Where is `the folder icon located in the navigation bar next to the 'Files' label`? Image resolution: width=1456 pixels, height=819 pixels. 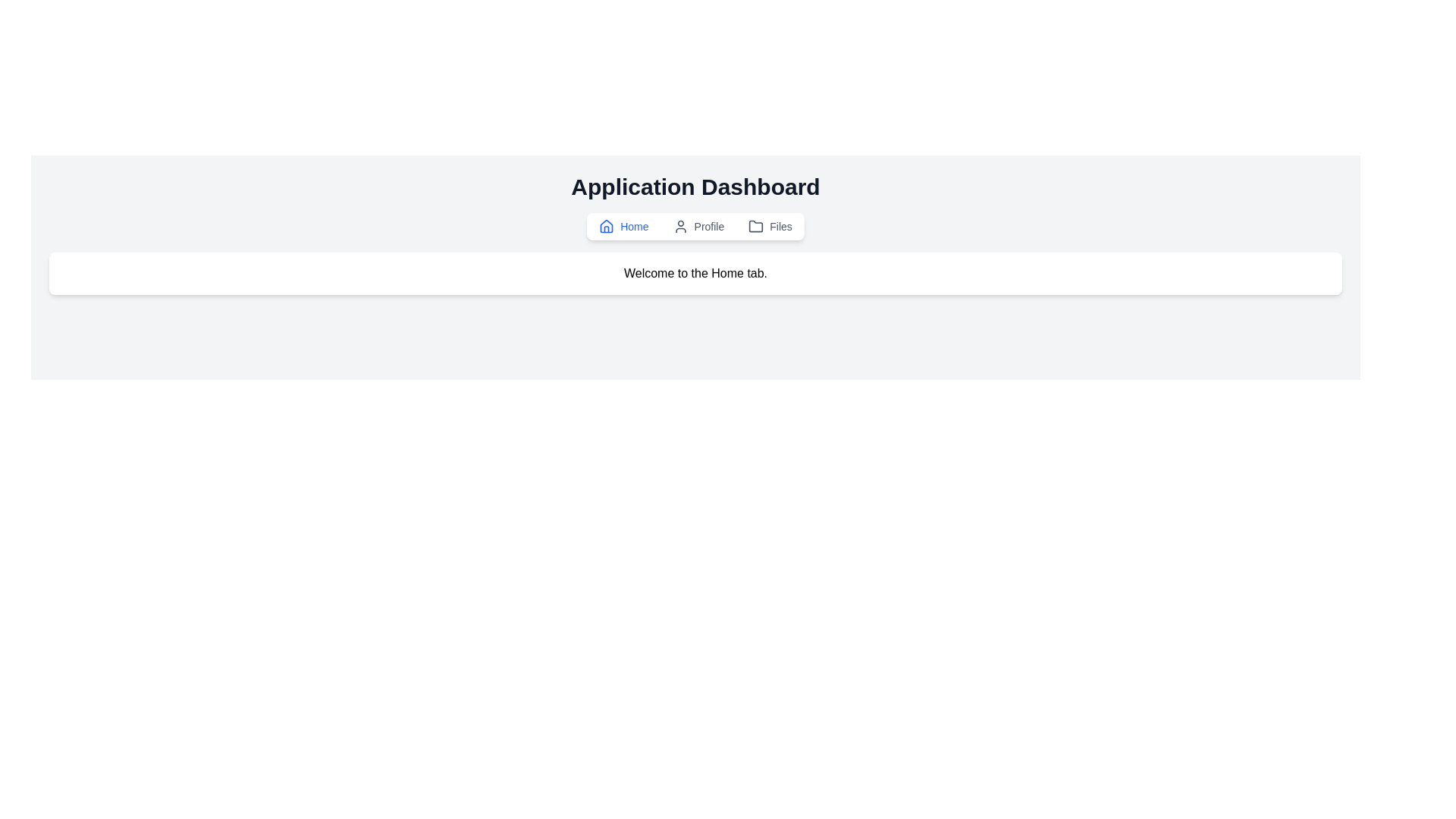 the folder icon located in the navigation bar next to the 'Files' label is located at coordinates (756, 227).